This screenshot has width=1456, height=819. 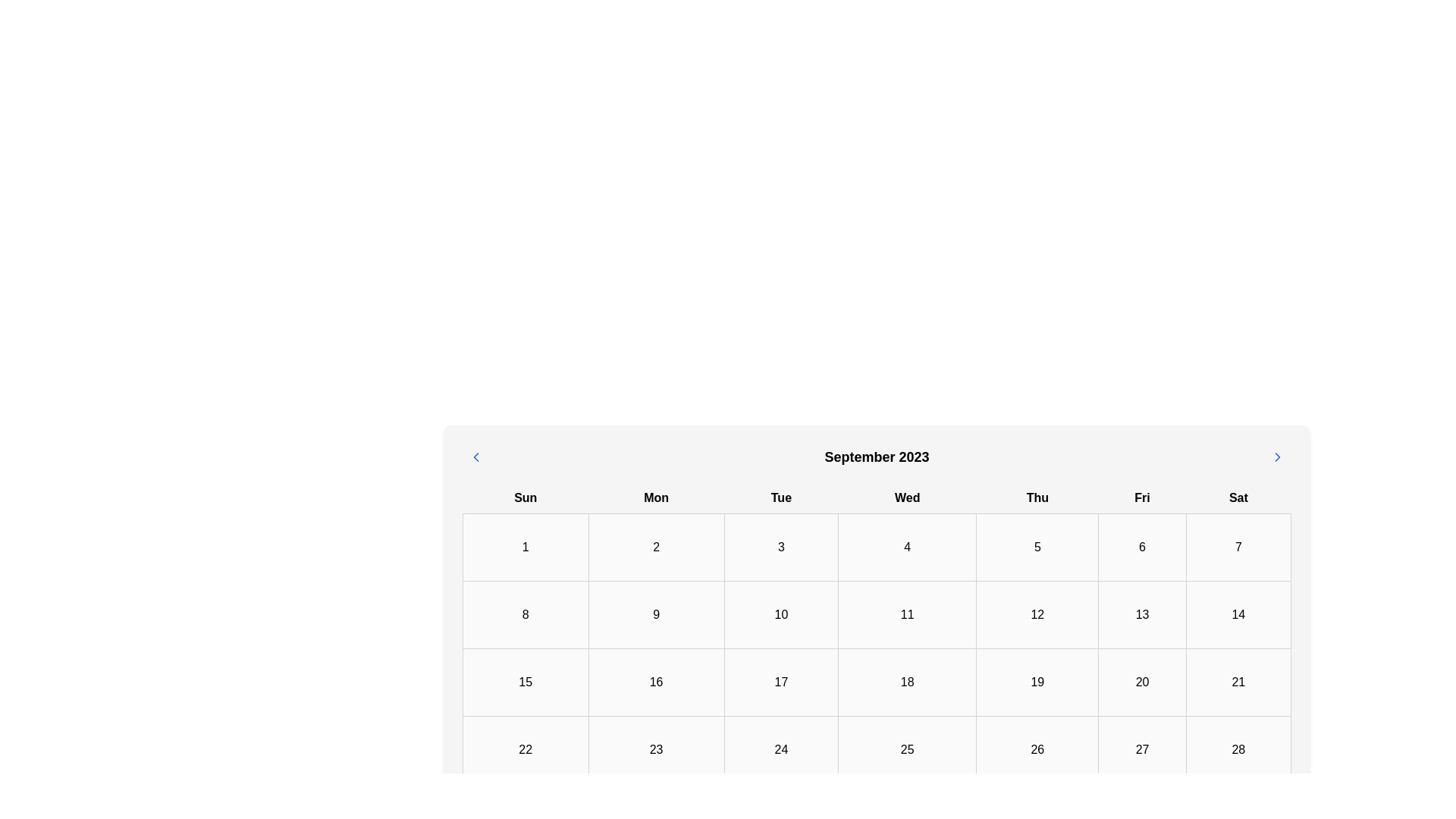 I want to click on the text label for Friday, which is the sixth item in the horizontal sequence of days in the calendar layout, so click(x=1142, y=498).